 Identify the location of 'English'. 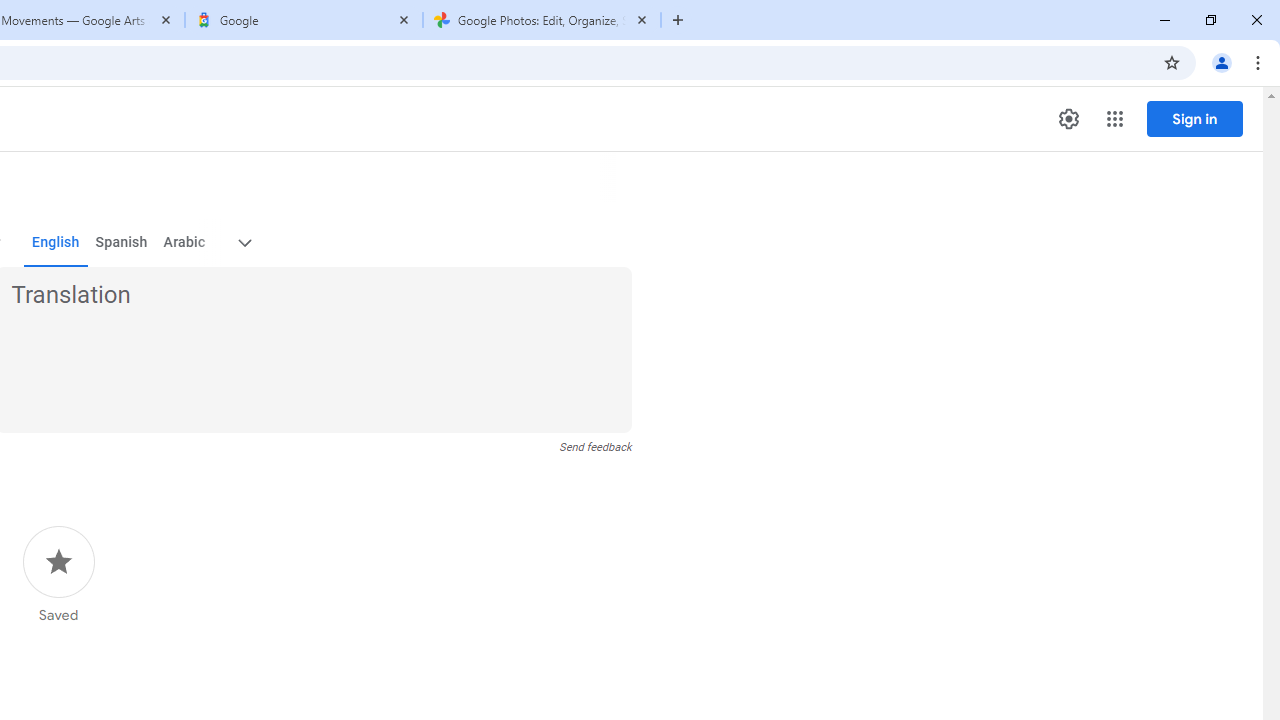
(55, 242).